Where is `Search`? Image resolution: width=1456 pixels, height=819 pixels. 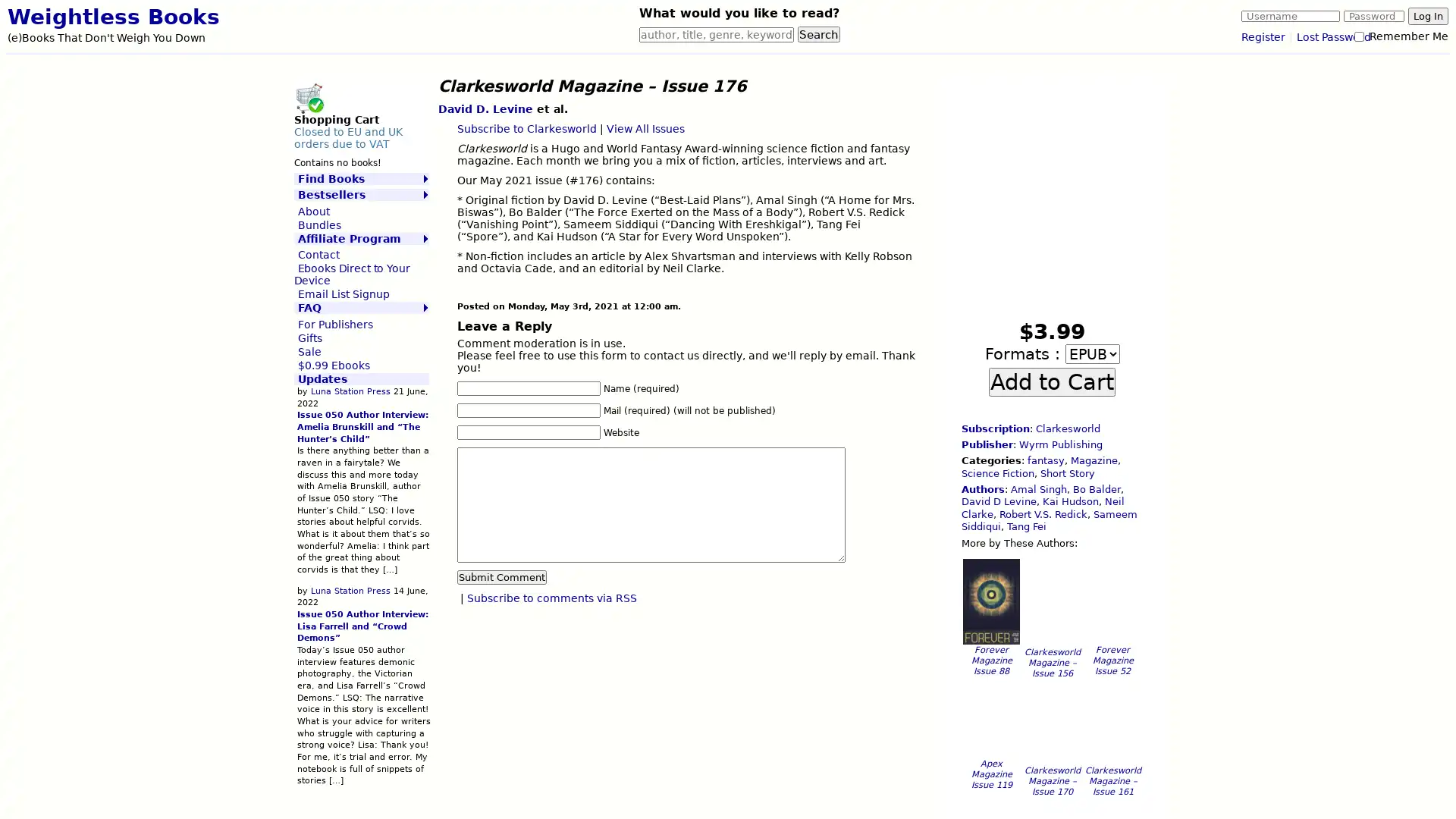
Search is located at coordinates (818, 34).